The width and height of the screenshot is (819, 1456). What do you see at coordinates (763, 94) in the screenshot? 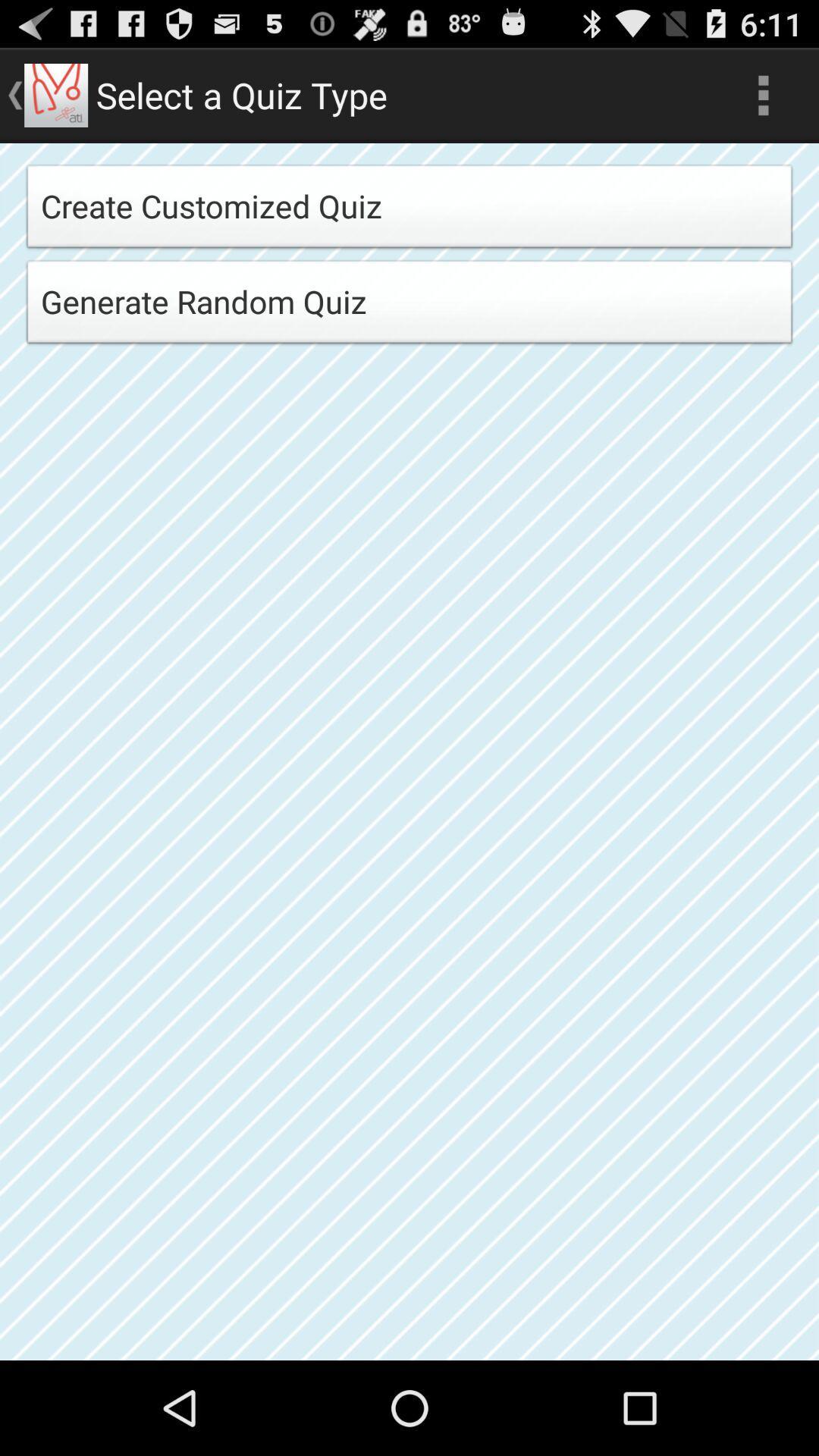
I see `icon above the create customized quiz button` at bounding box center [763, 94].